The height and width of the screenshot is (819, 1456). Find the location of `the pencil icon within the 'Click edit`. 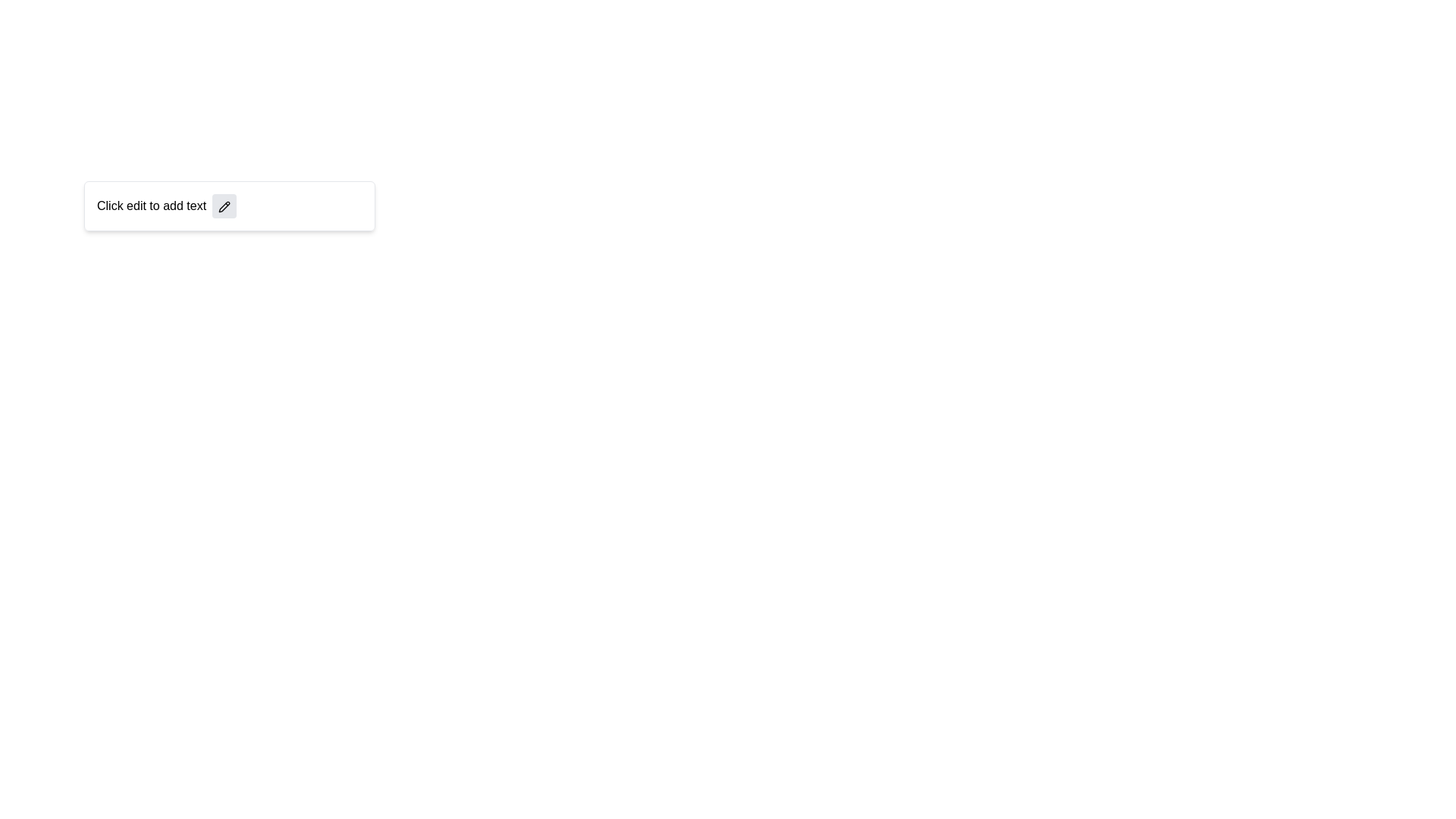

the pencil icon within the 'Click edit is located at coordinates (228, 206).